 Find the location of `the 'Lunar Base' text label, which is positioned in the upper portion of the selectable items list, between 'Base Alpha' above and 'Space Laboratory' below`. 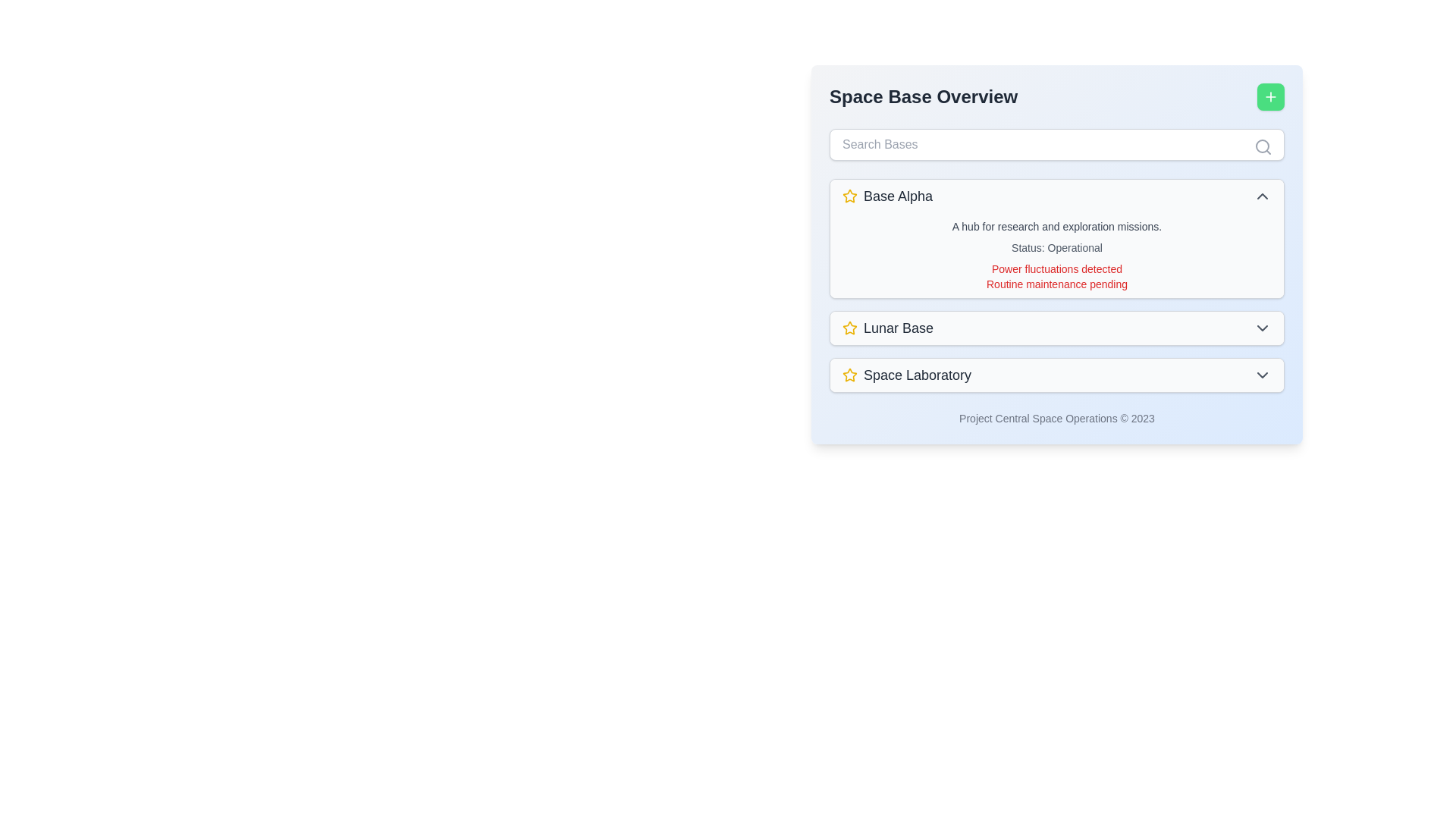

the 'Lunar Base' text label, which is positioned in the upper portion of the selectable items list, between 'Base Alpha' above and 'Space Laboratory' below is located at coordinates (888, 327).